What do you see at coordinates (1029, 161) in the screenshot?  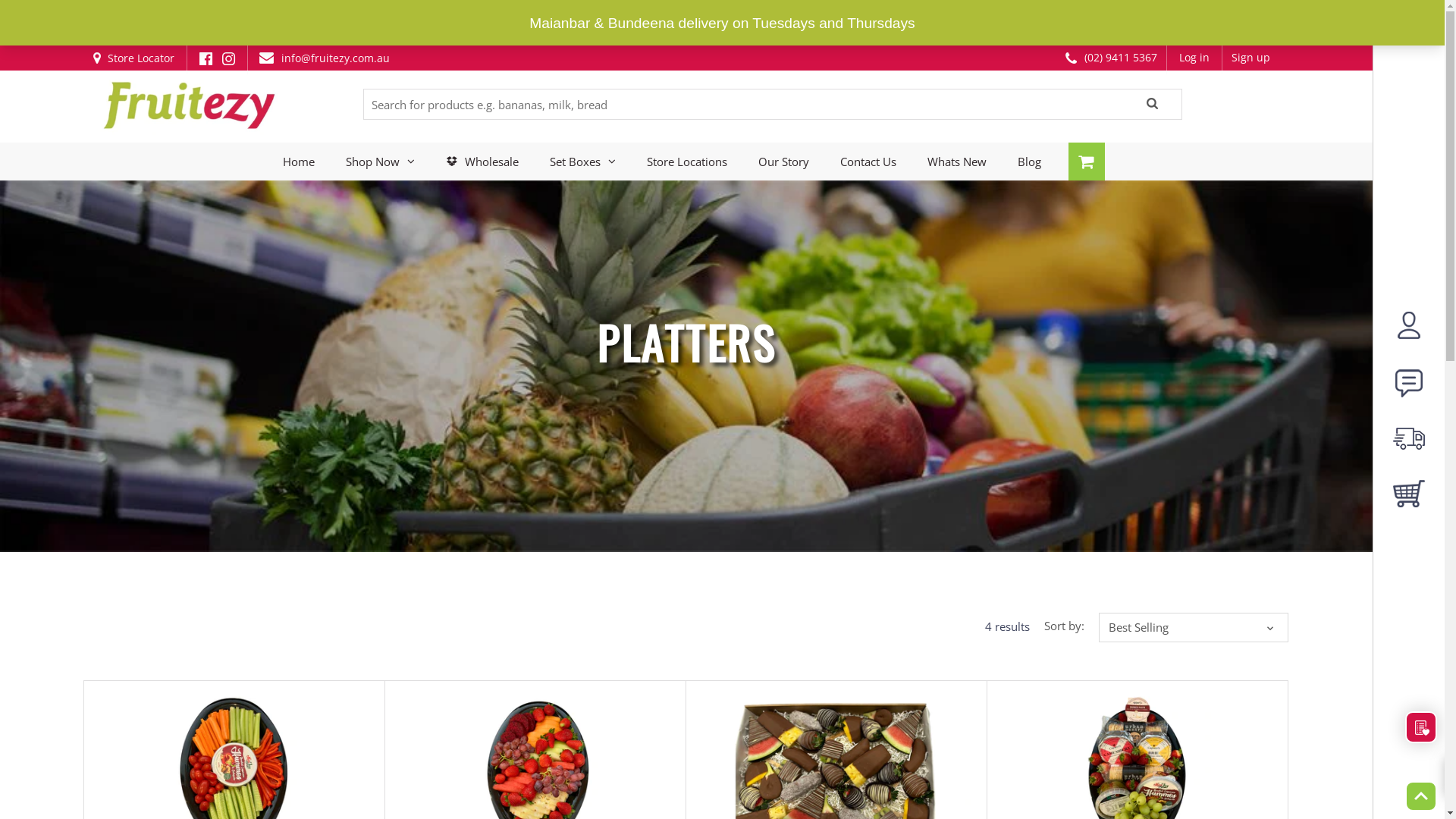 I see `'Blog'` at bounding box center [1029, 161].